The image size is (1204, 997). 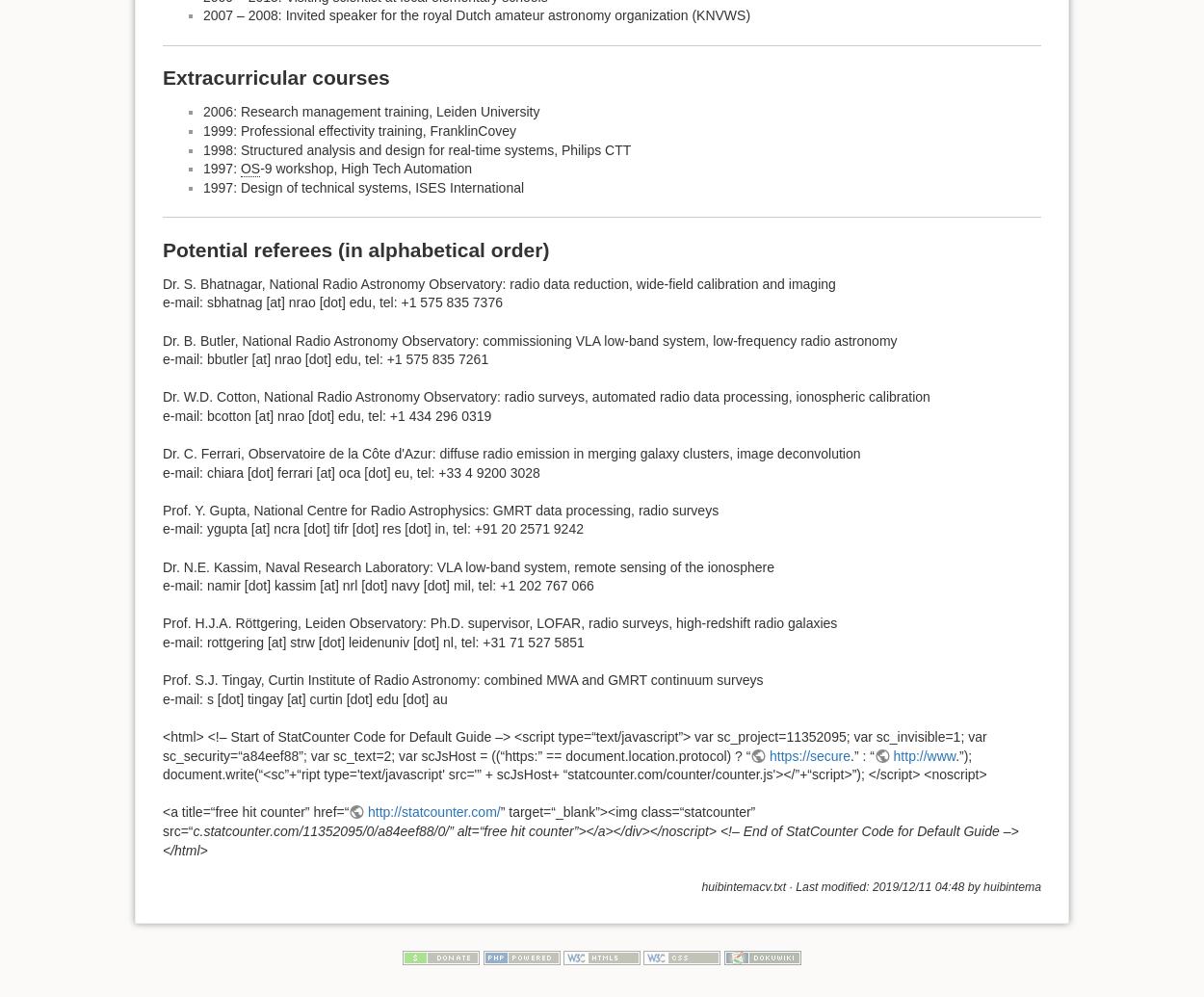 I want to click on 'e-mail: namir [dot] kassim [at] nrl [dot] navy [dot] mil, tel: +1 202 767 066', so click(x=378, y=584).